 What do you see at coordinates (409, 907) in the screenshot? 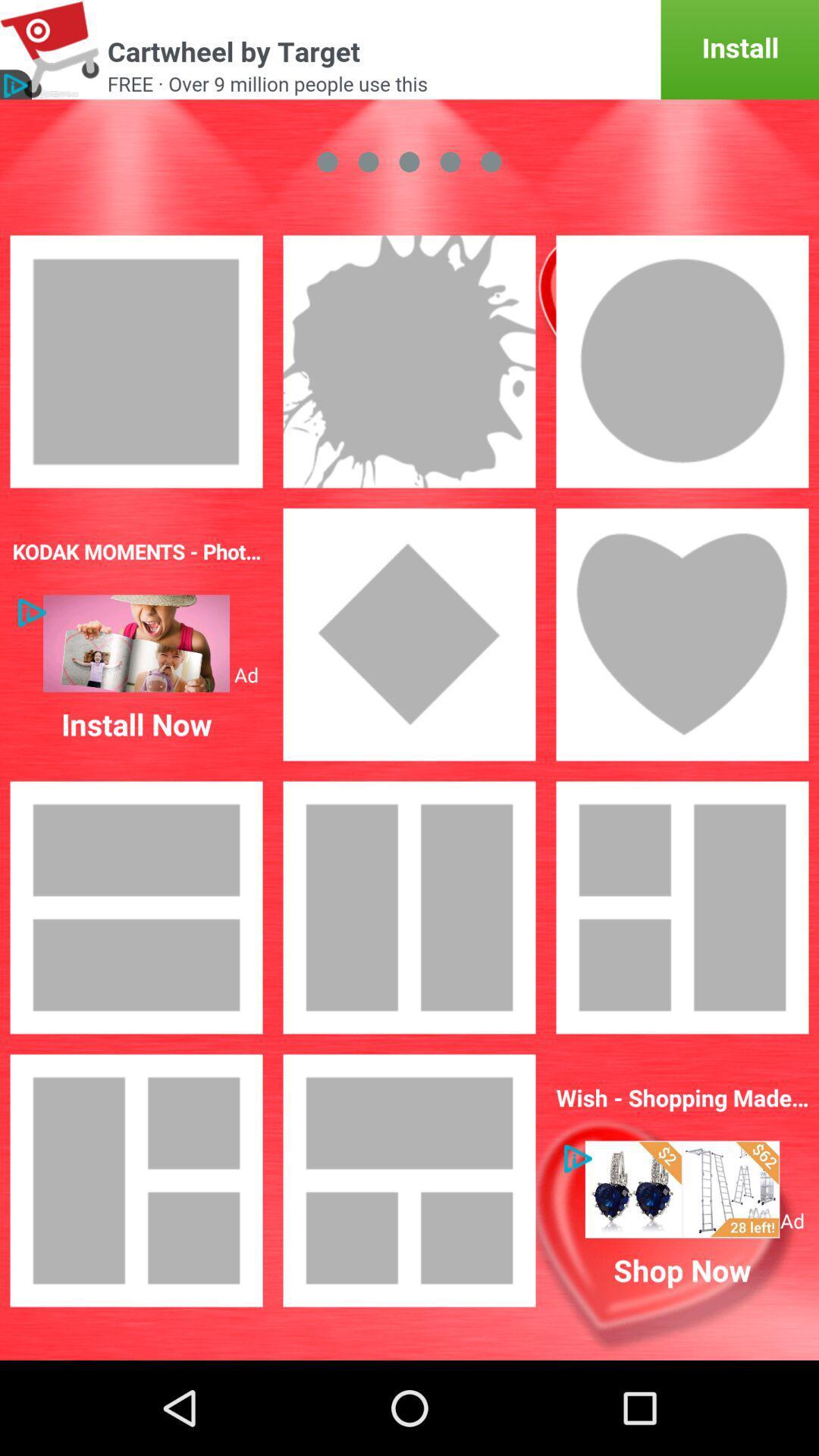
I see `the third image from top positioned at the right side of the page` at bounding box center [409, 907].